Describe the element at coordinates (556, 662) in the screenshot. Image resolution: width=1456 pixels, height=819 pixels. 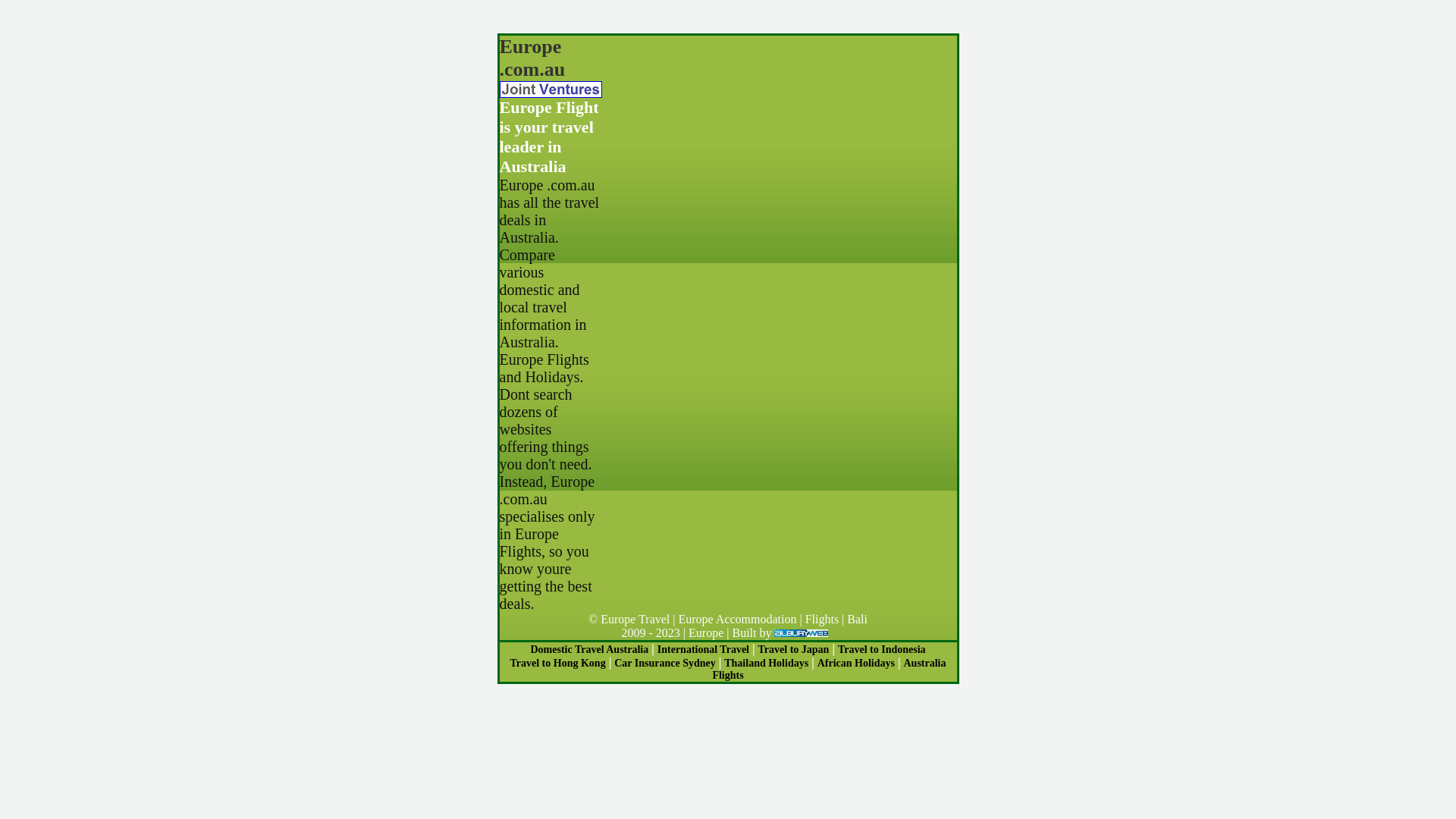
I see `'Travel to Hong Kong'` at that location.